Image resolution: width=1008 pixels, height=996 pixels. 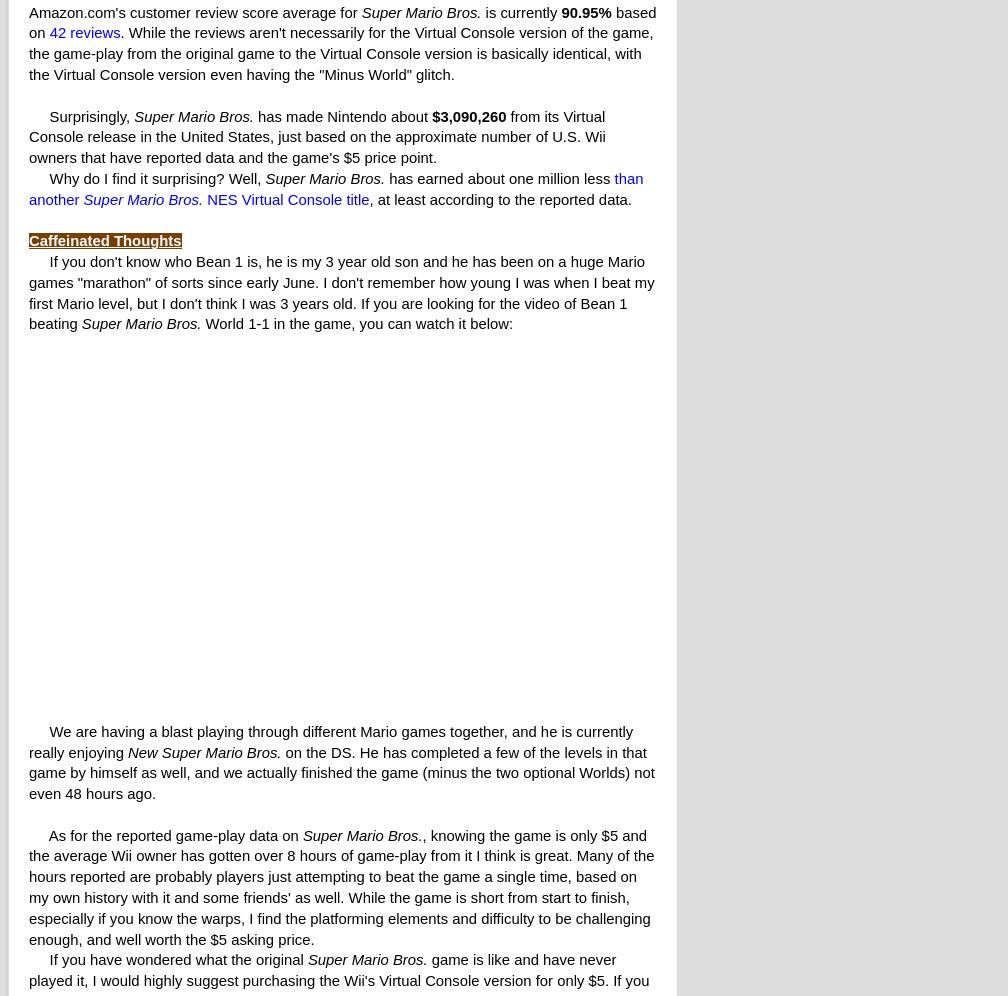 I want to click on 'If you have wondered what the original', so click(x=29, y=959).